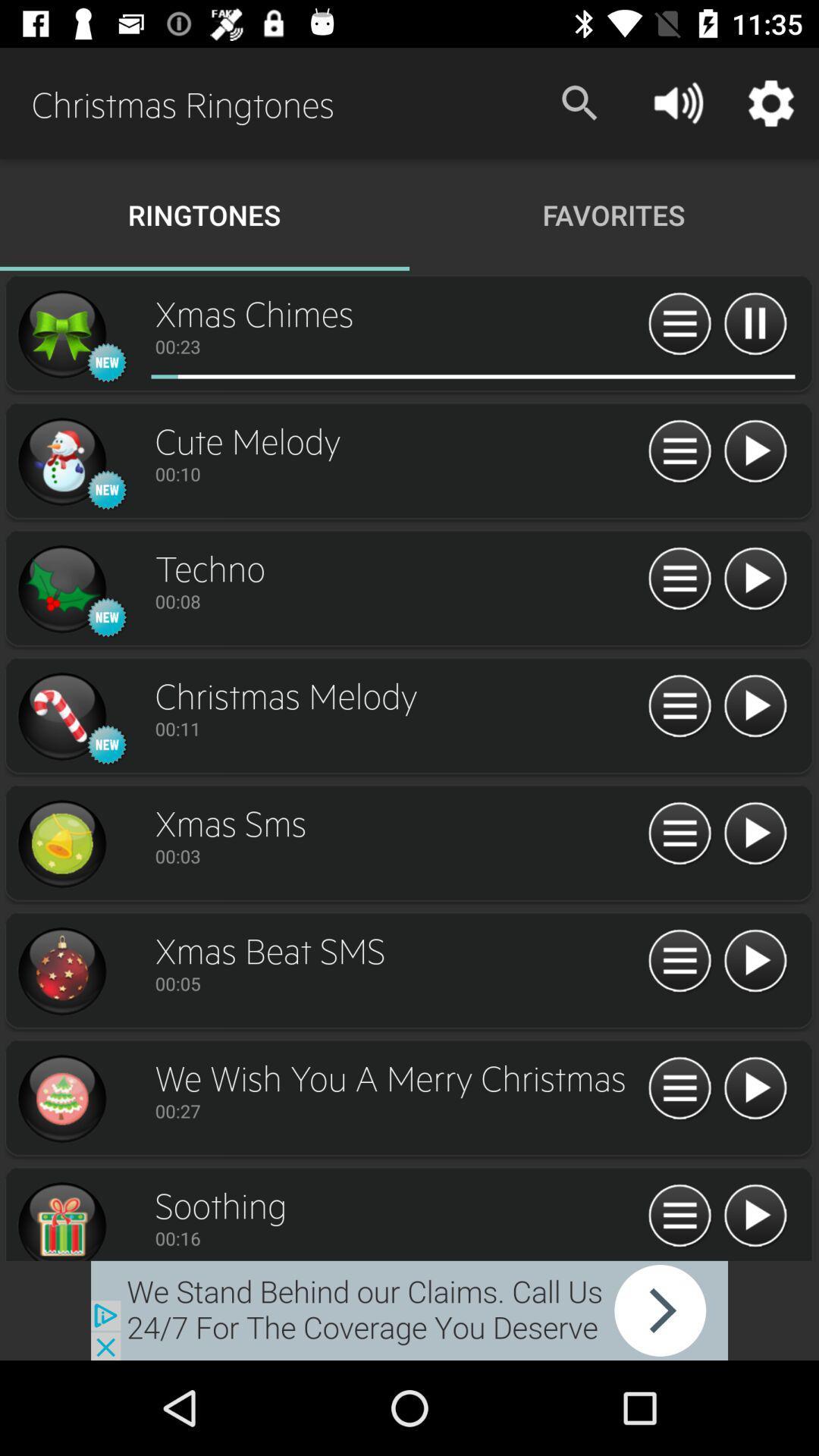 This screenshot has height=1456, width=819. Describe the element at coordinates (679, 579) in the screenshot. I see `techno ringtone more options like sending or to delete` at that location.